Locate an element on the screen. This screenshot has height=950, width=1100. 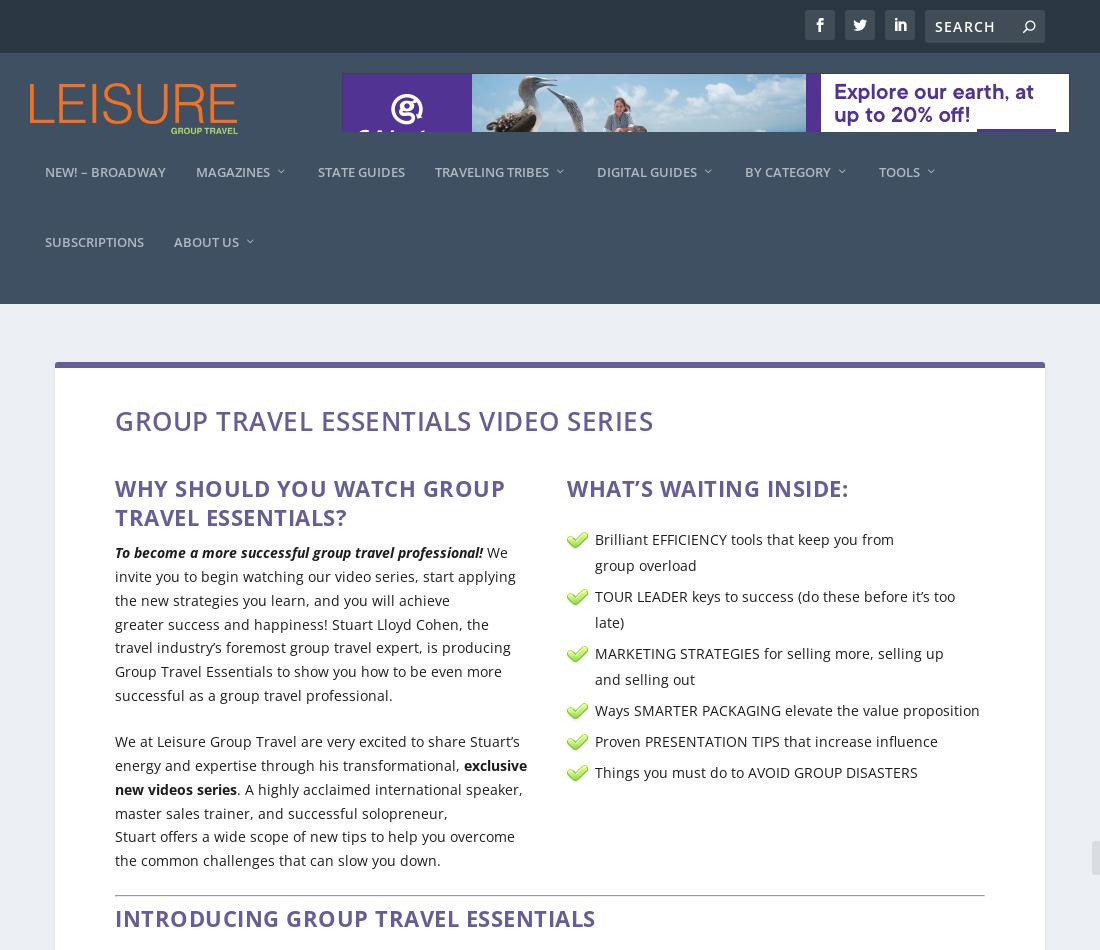
'To become a more successful group travel professional!' is located at coordinates (297, 533).